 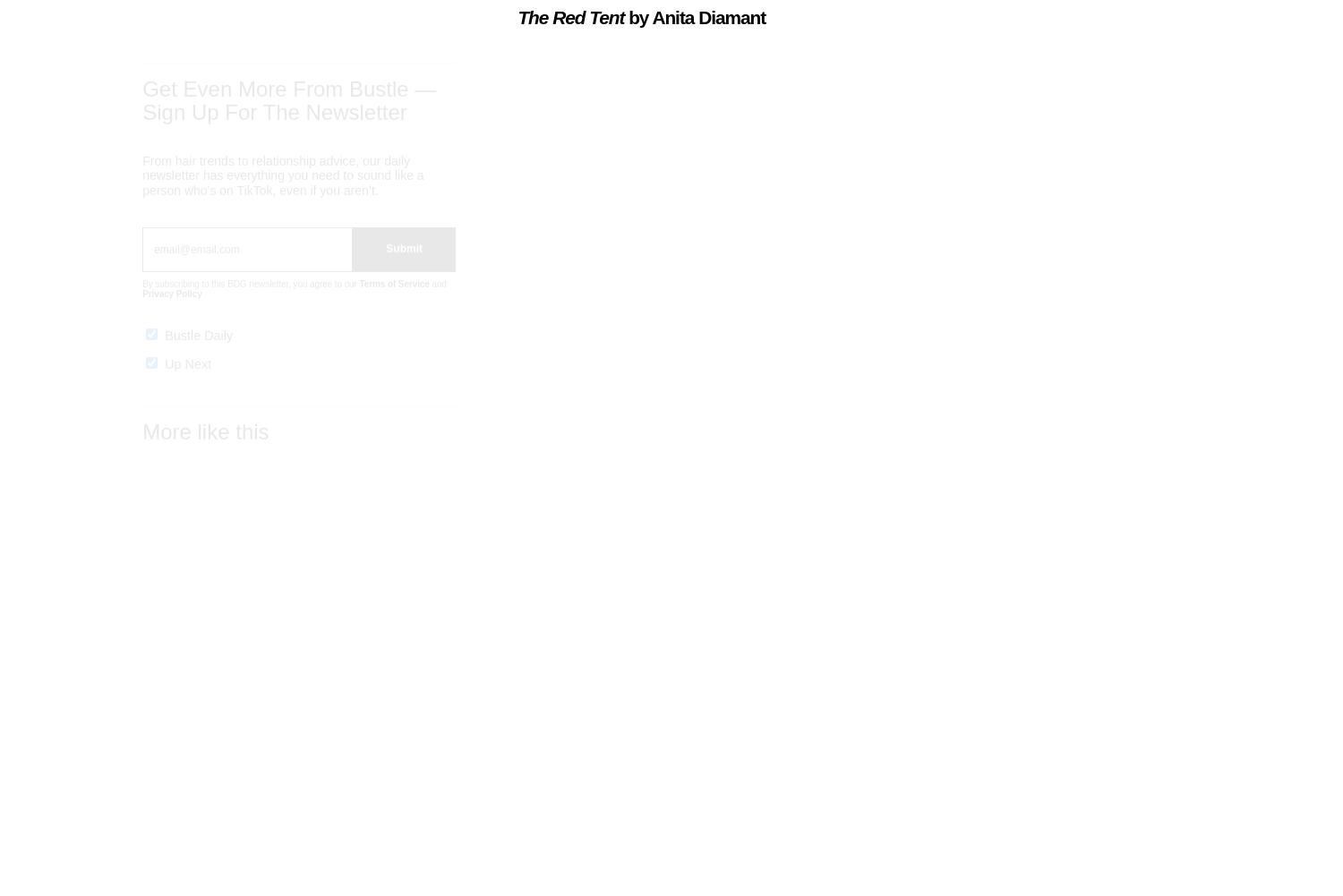 What do you see at coordinates (628, 16) in the screenshot?
I see `'by Anita Diamant'` at bounding box center [628, 16].